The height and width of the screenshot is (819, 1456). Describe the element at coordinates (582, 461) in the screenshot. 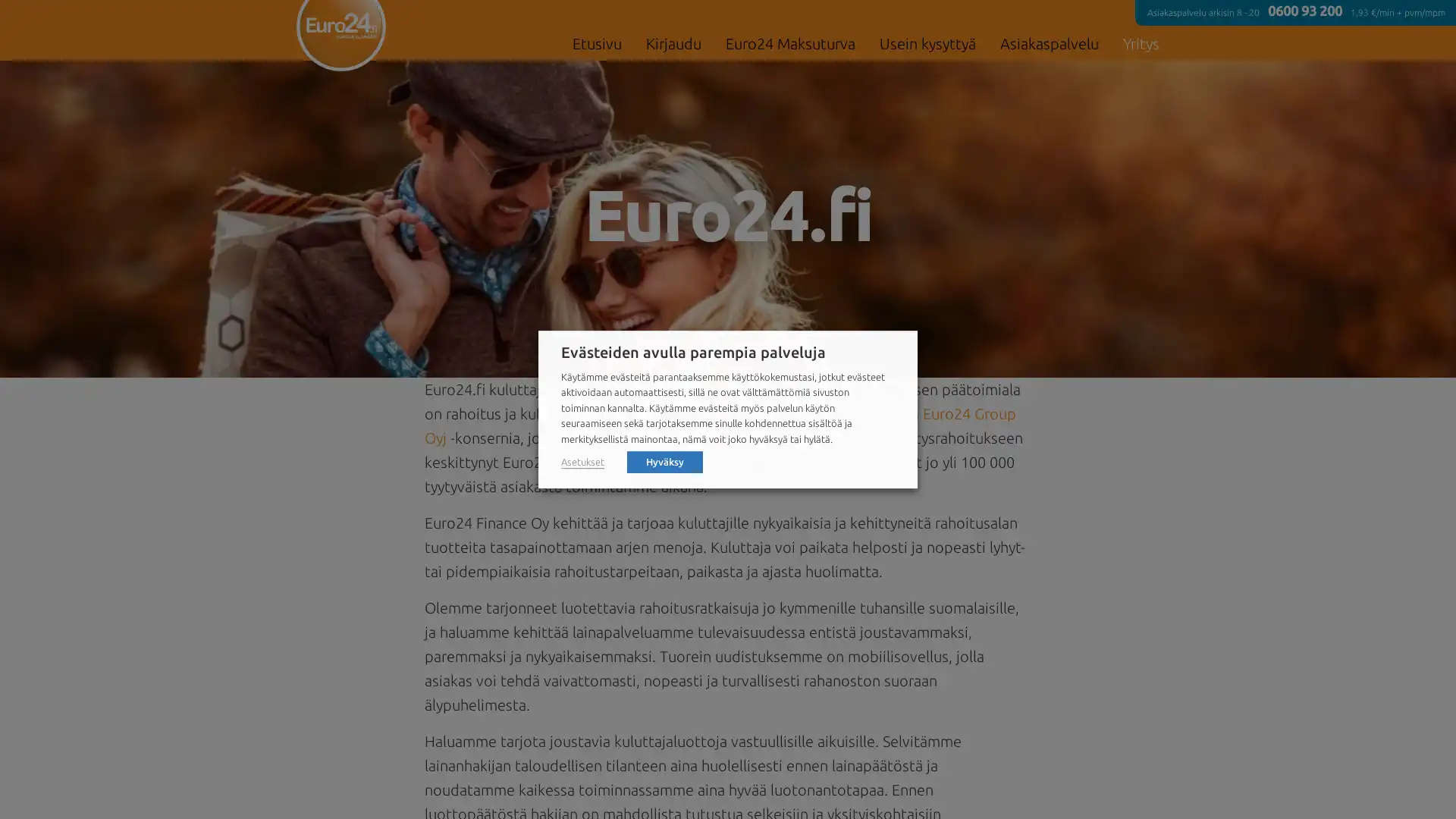

I see `Asetukset` at that location.